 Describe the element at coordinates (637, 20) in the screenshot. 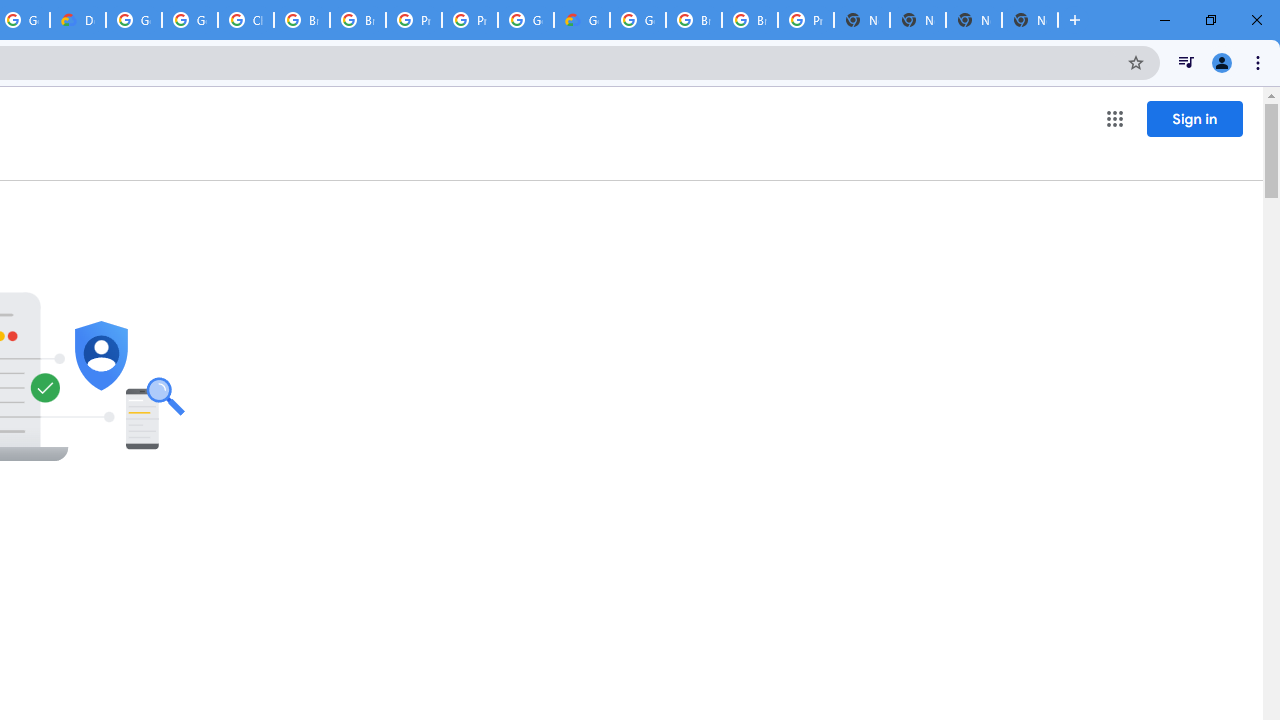

I see `'Google Cloud Platform'` at that location.